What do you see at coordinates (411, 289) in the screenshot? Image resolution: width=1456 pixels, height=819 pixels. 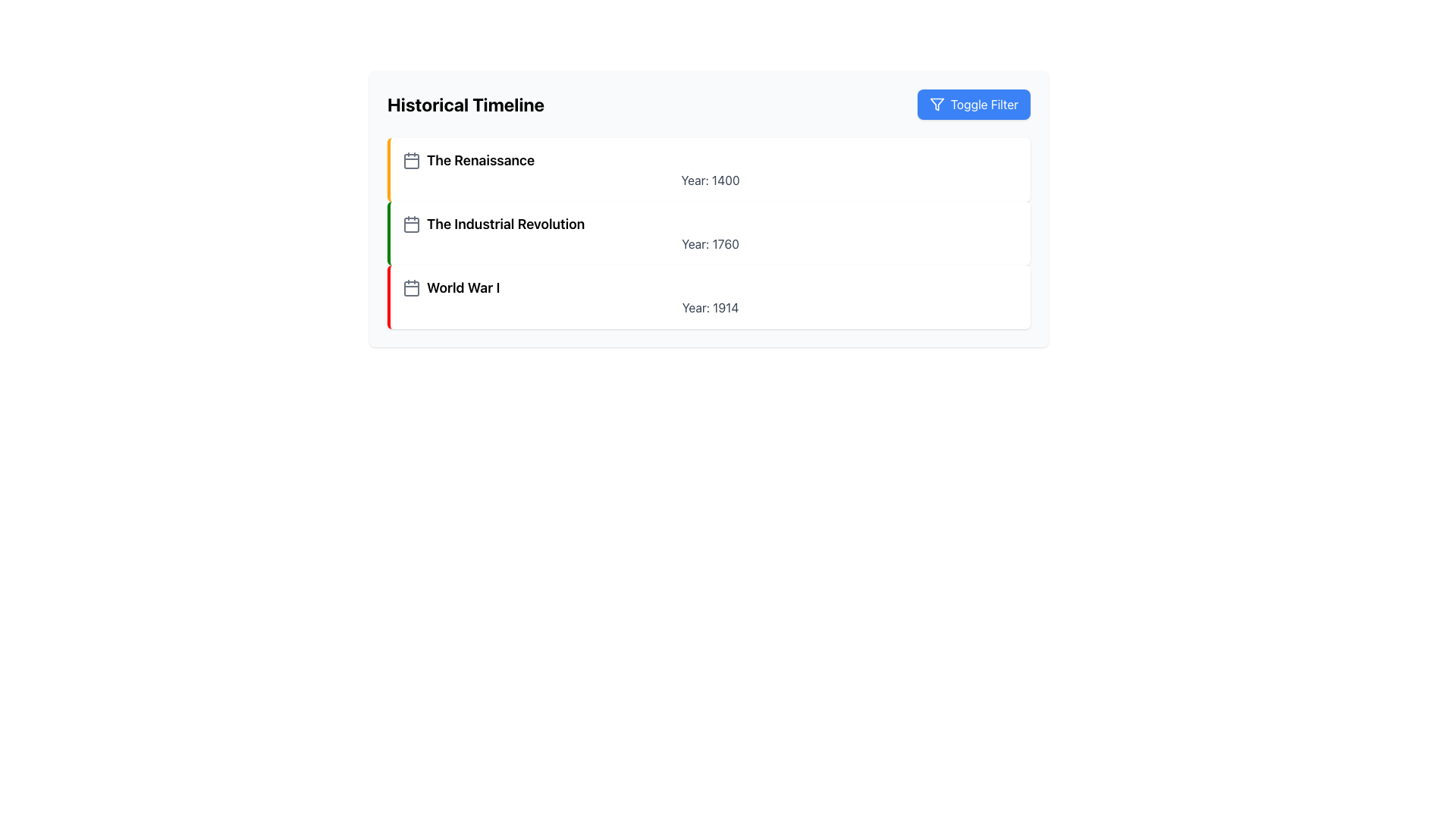 I see `the decorative calendar icon representing the date associated with 'World War I' in the timeline, which is the third icon from the top` at bounding box center [411, 289].